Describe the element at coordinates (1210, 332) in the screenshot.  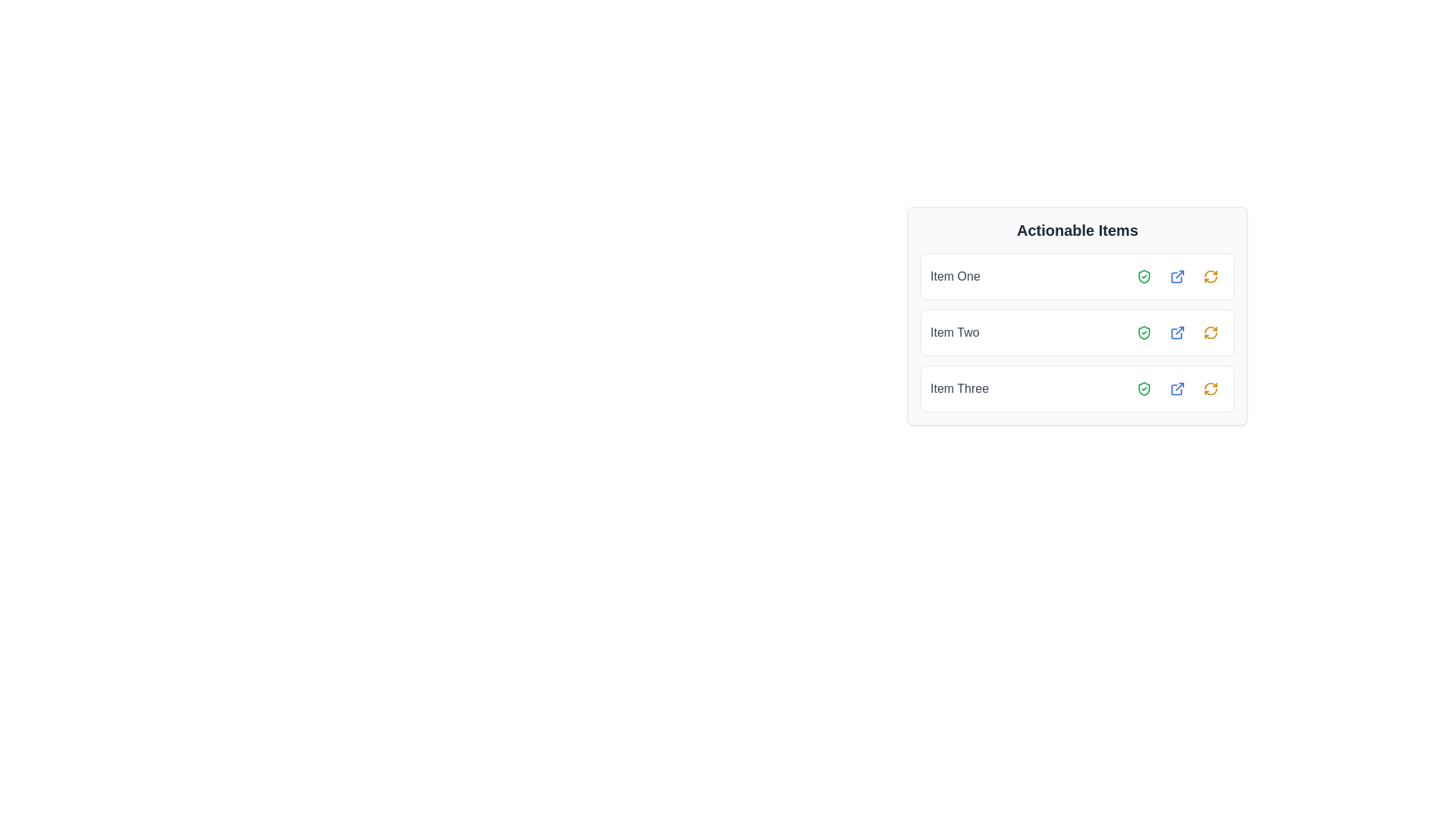
I see `the circular arrow icon button, which represents the refresh functionality and is the fourth button in the row of the 'Actionable Items' table` at that location.